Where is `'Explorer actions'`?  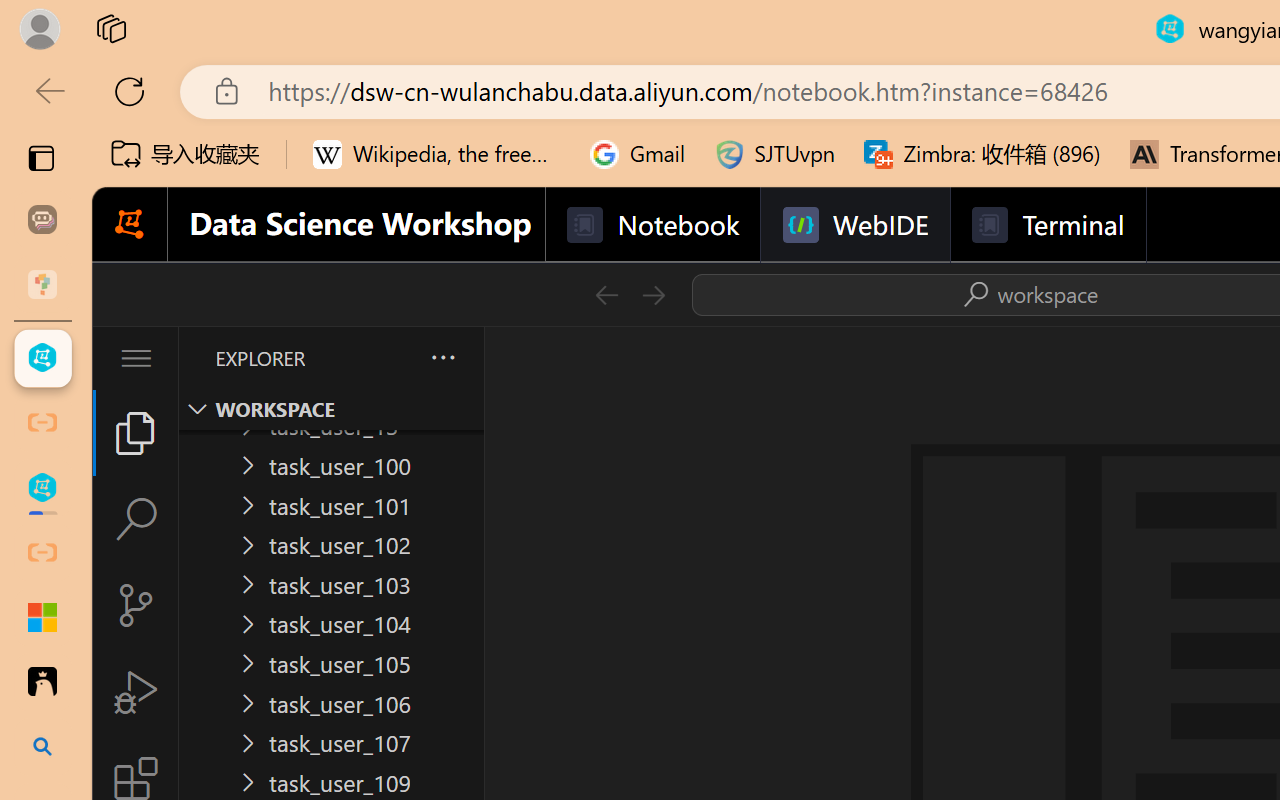 'Explorer actions' is located at coordinates (391, 358).